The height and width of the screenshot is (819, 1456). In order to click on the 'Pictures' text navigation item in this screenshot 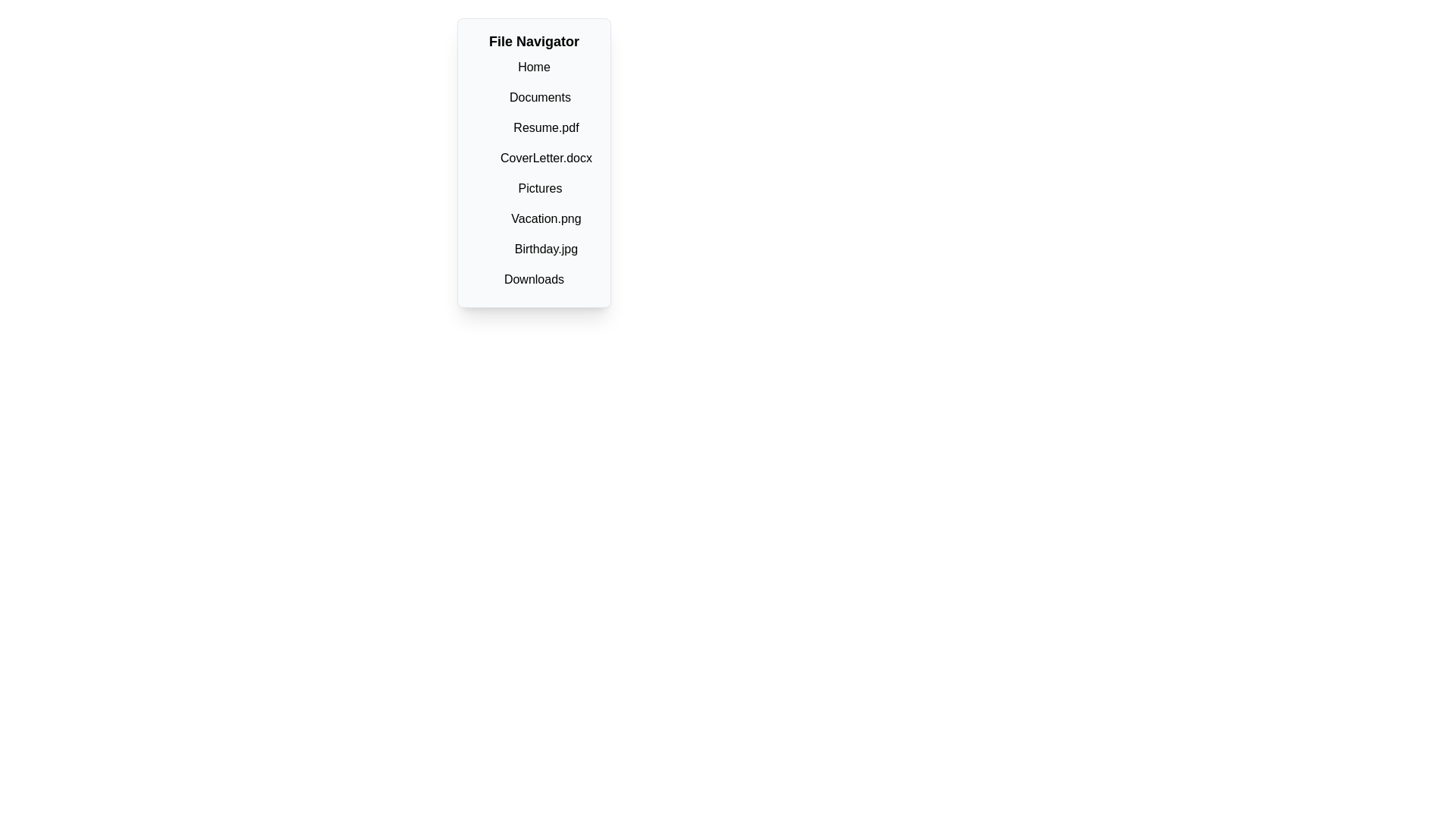, I will do `click(540, 188)`.